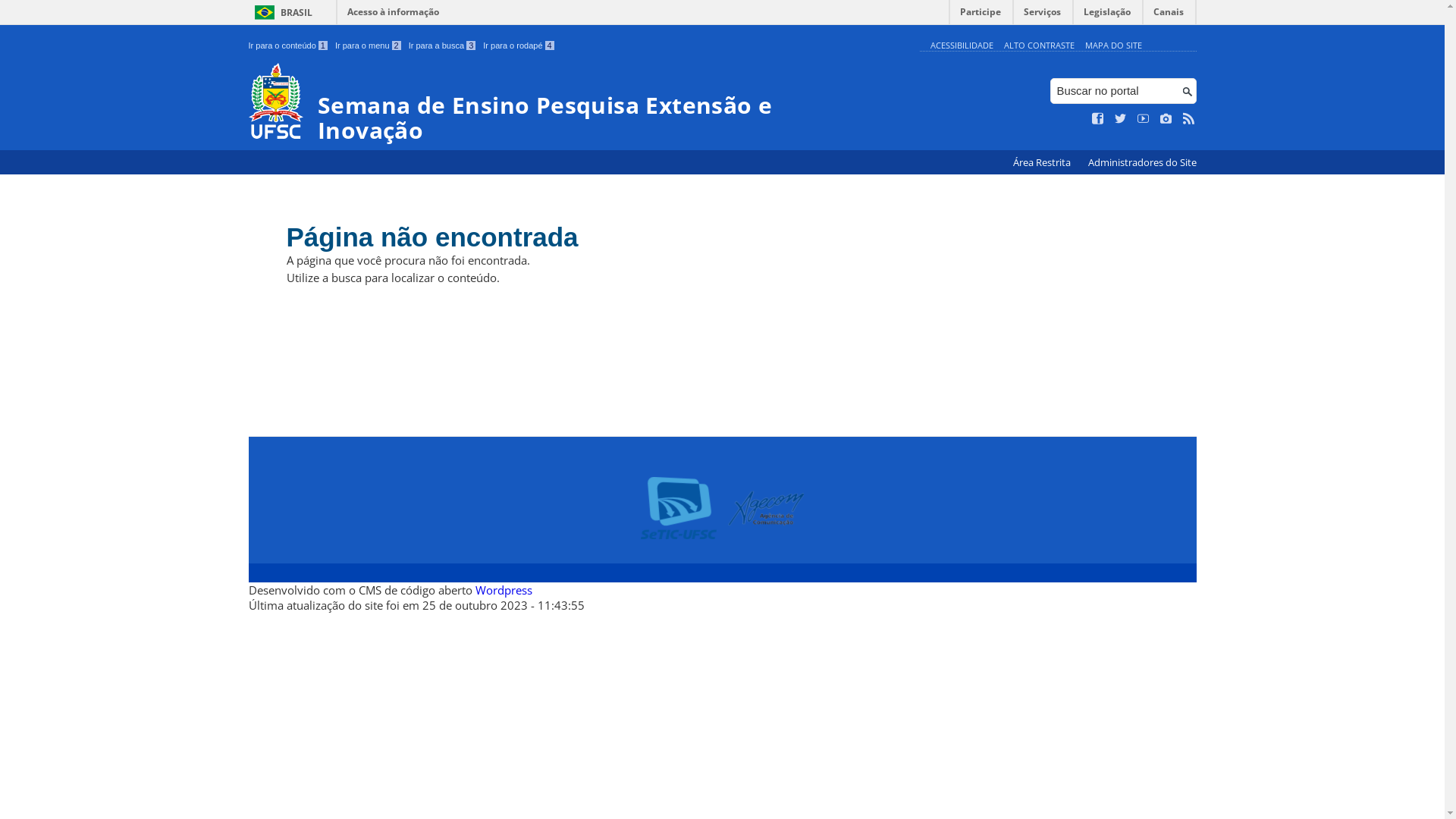 The width and height of the screenshot is (1456, 819). What do you see at coordinates (960, 44) in the screenshot?
I see `'ACESSIBILIDADE'` at bounding box center [960, 44].